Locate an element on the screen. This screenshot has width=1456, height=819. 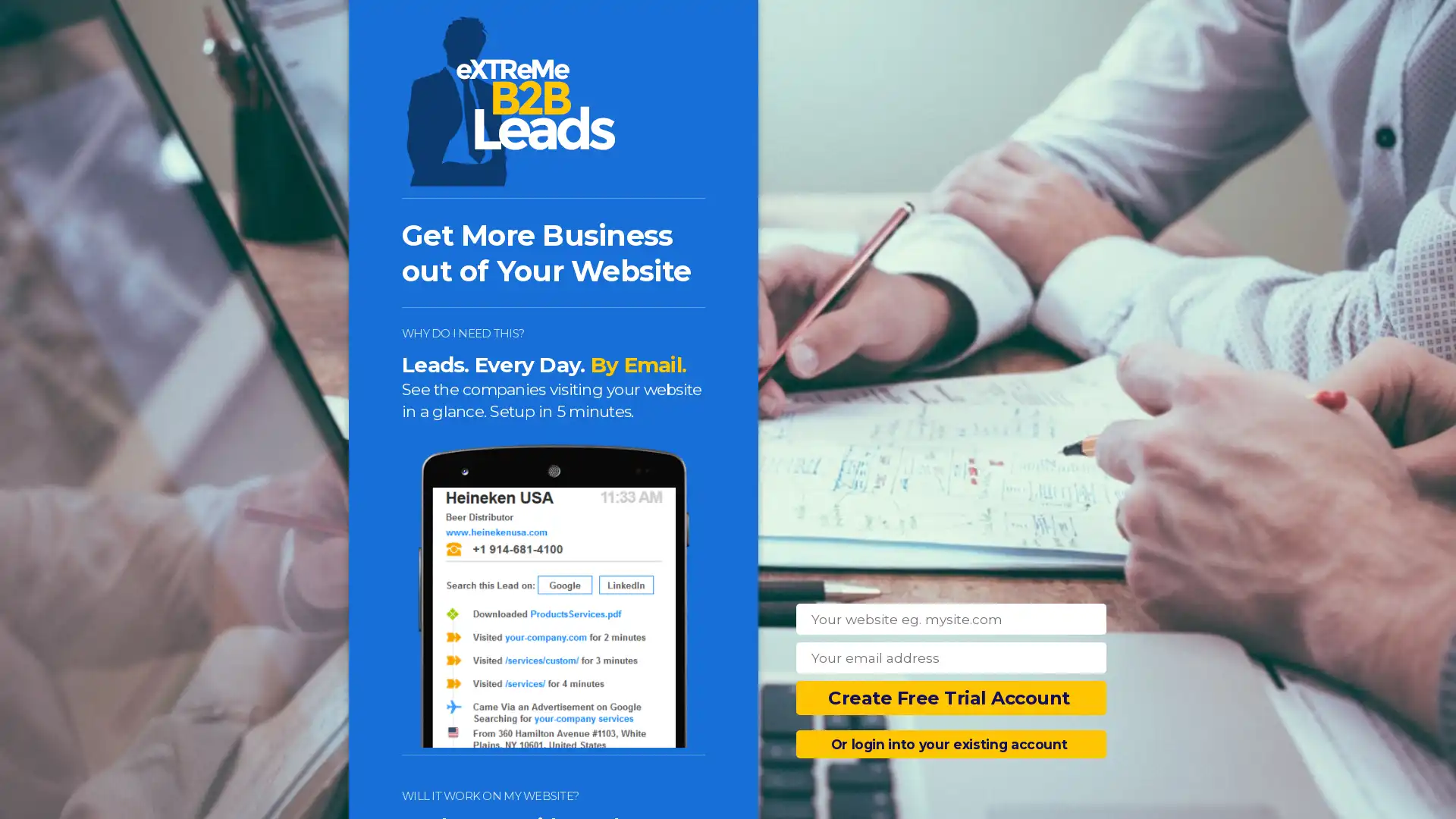
Or login into your existing account is located at coordinates (950, 743).